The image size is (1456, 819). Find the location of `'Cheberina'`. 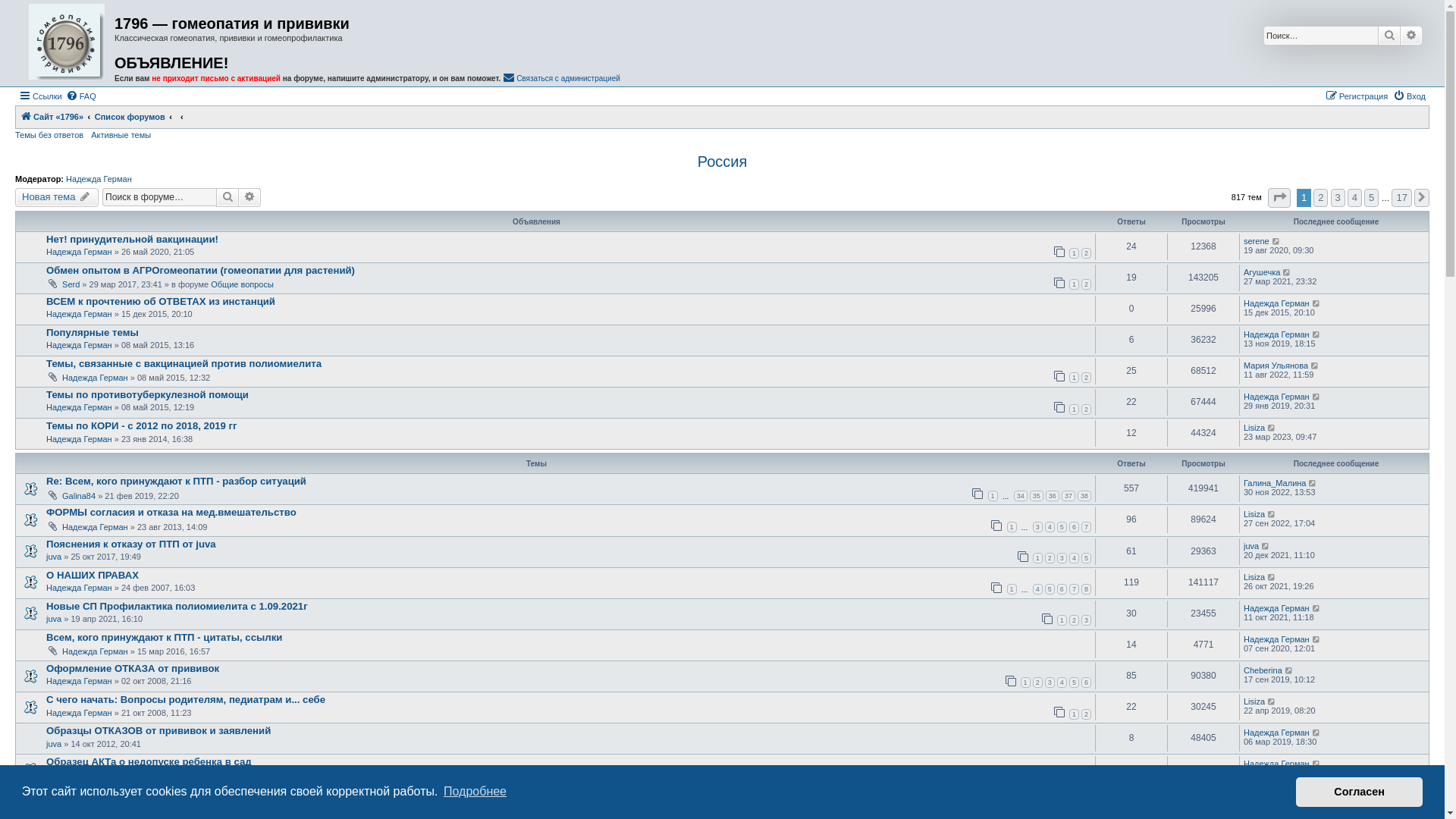

'Cheberina' is located at coordinates (1263, 669).